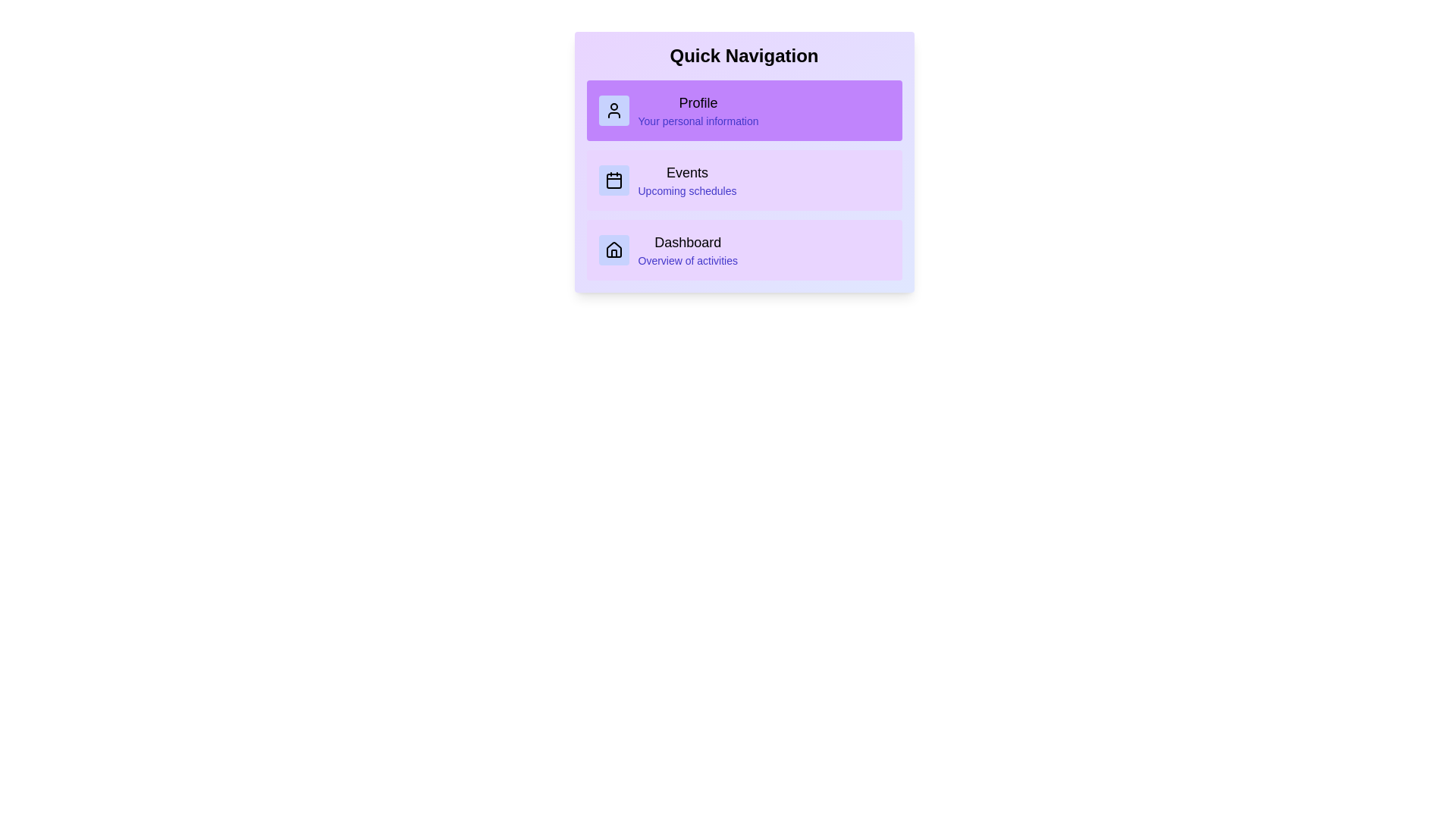  I want to click on the menu item corresponding to Profile, so click(744, 110).